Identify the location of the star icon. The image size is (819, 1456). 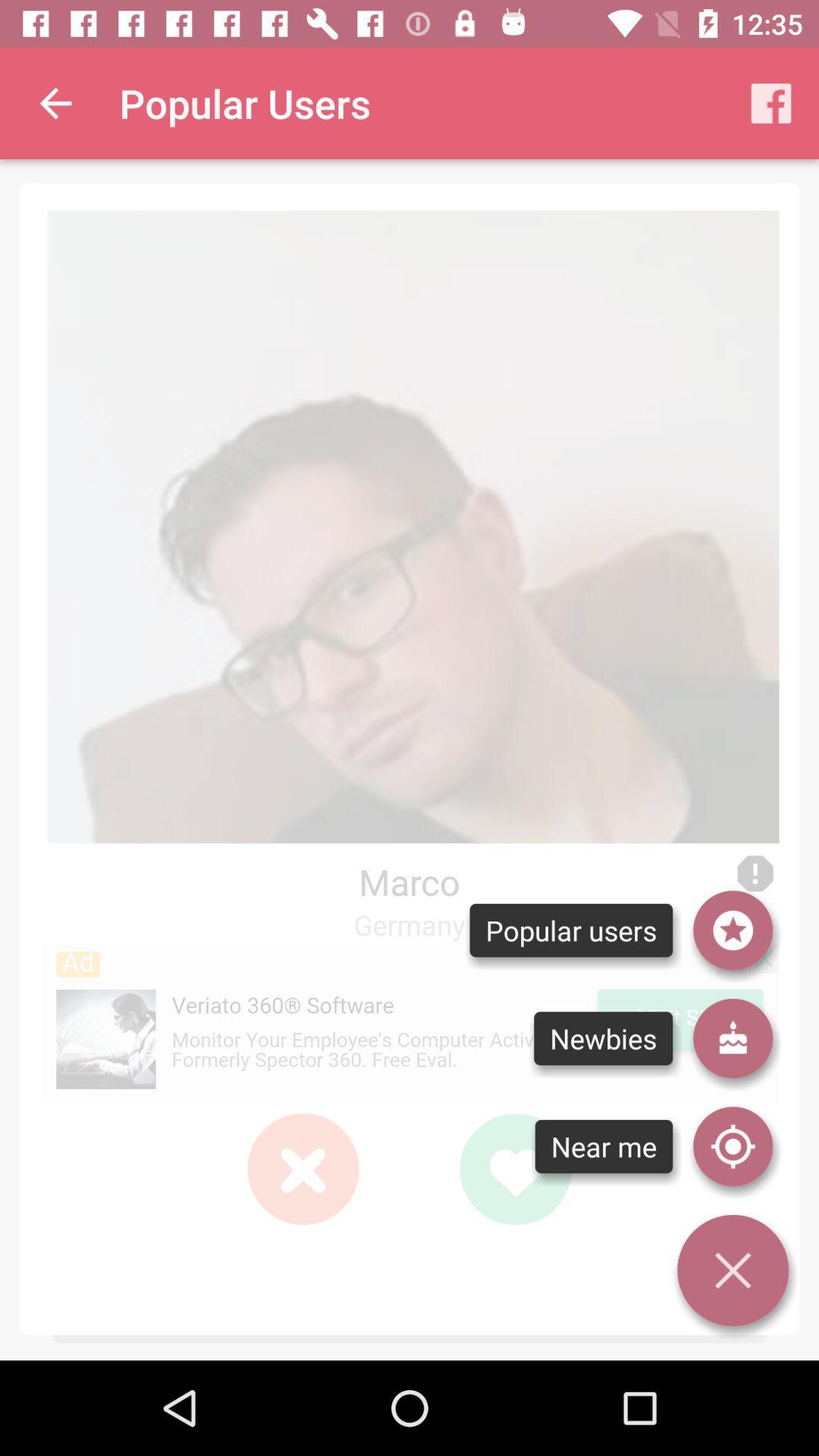
(732, 930).